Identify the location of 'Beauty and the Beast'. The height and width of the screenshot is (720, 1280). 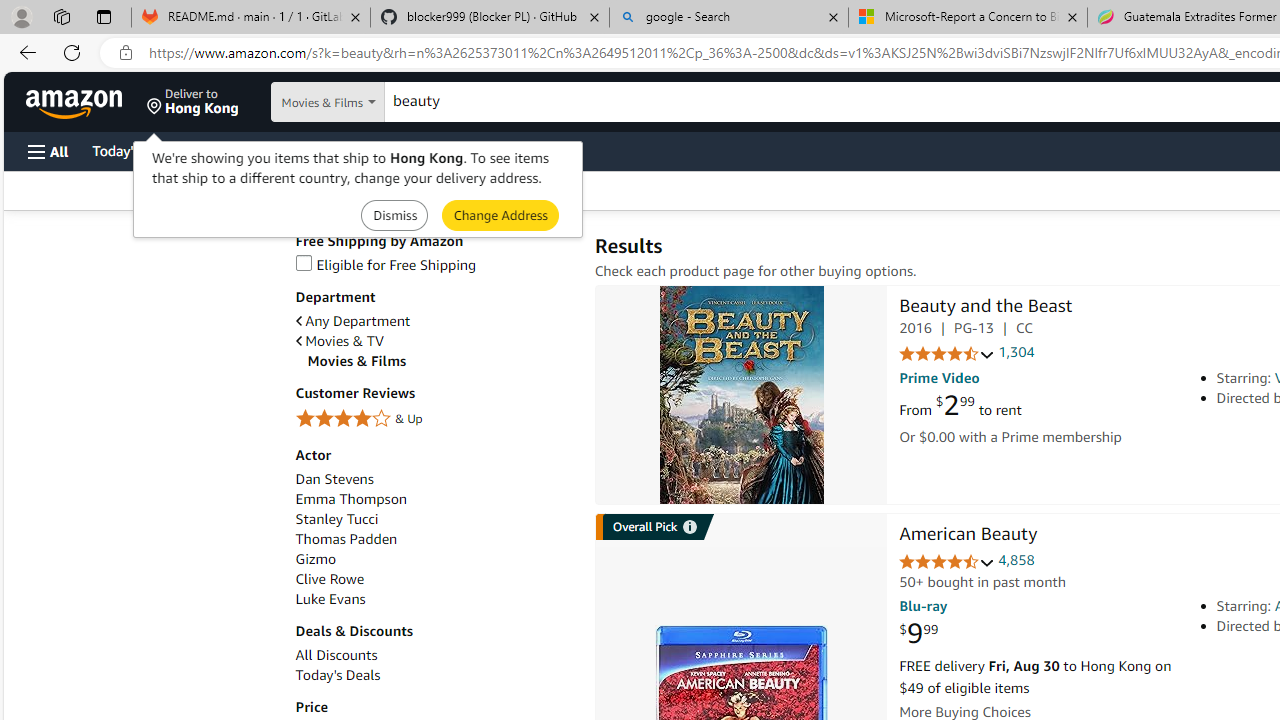
(985, 308).